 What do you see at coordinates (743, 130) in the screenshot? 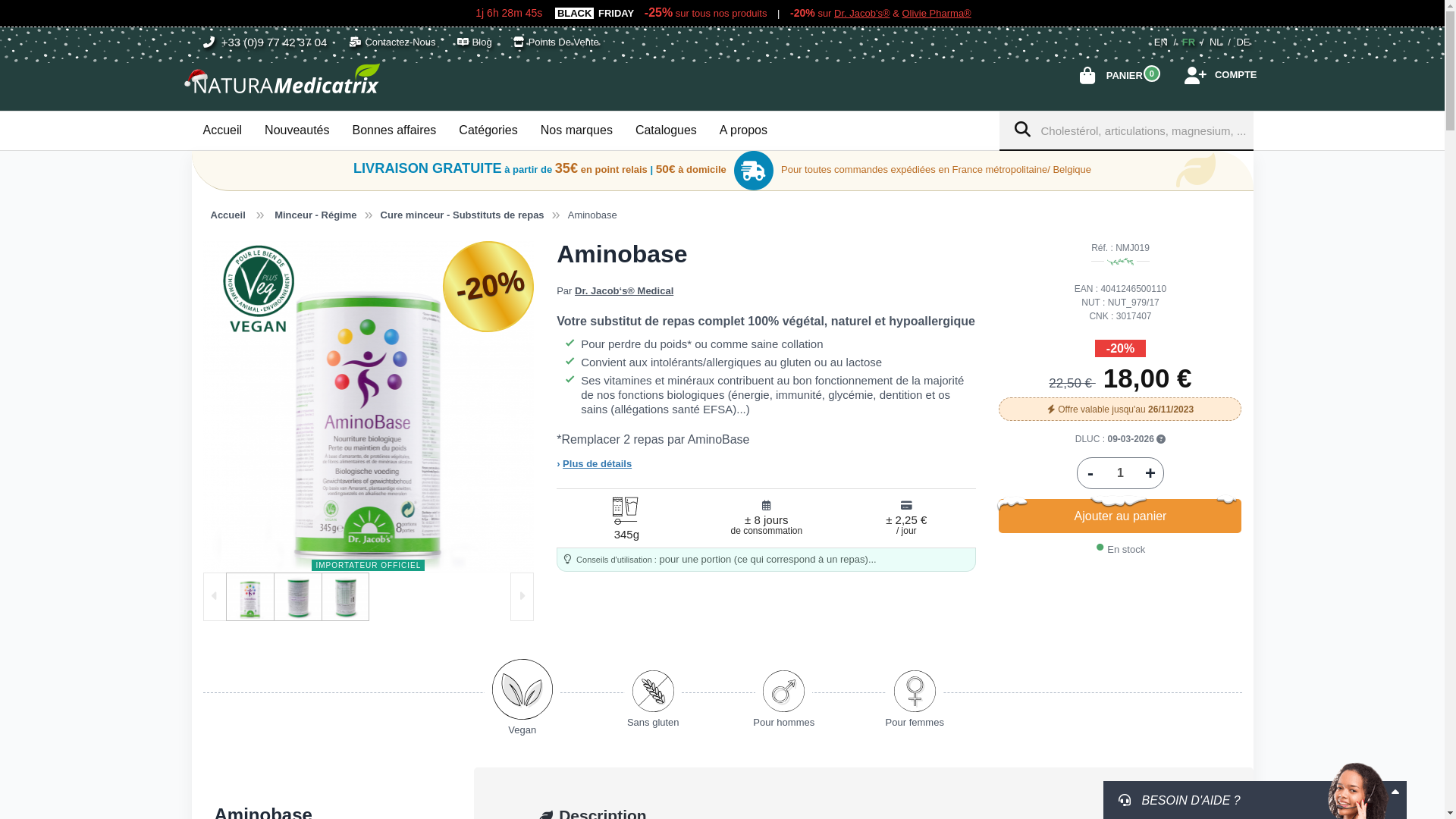
I see `'A propos'` at bounding box center [743, 130].